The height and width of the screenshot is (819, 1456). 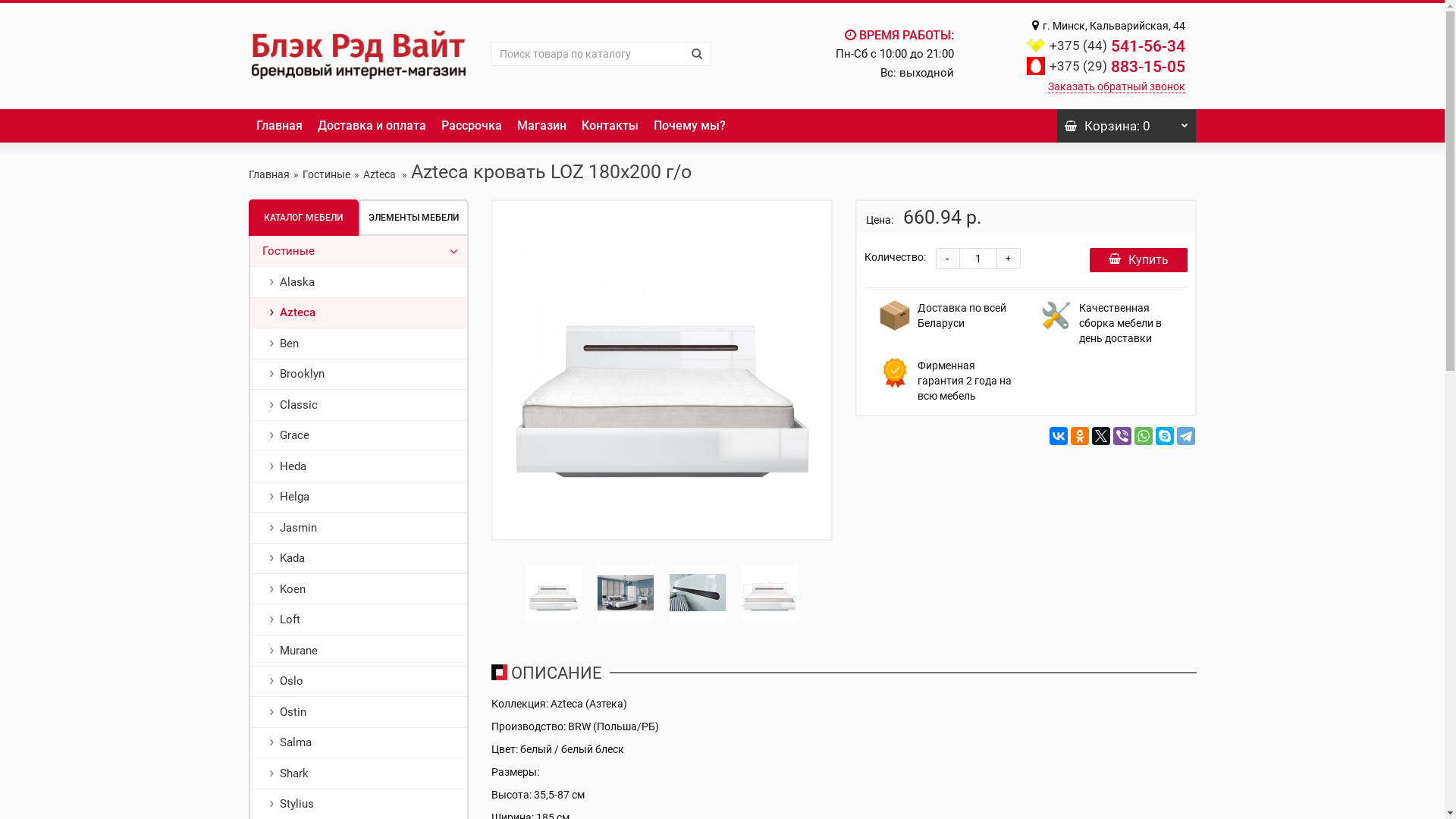 I want to click on '+', so click(x=996, y=257).